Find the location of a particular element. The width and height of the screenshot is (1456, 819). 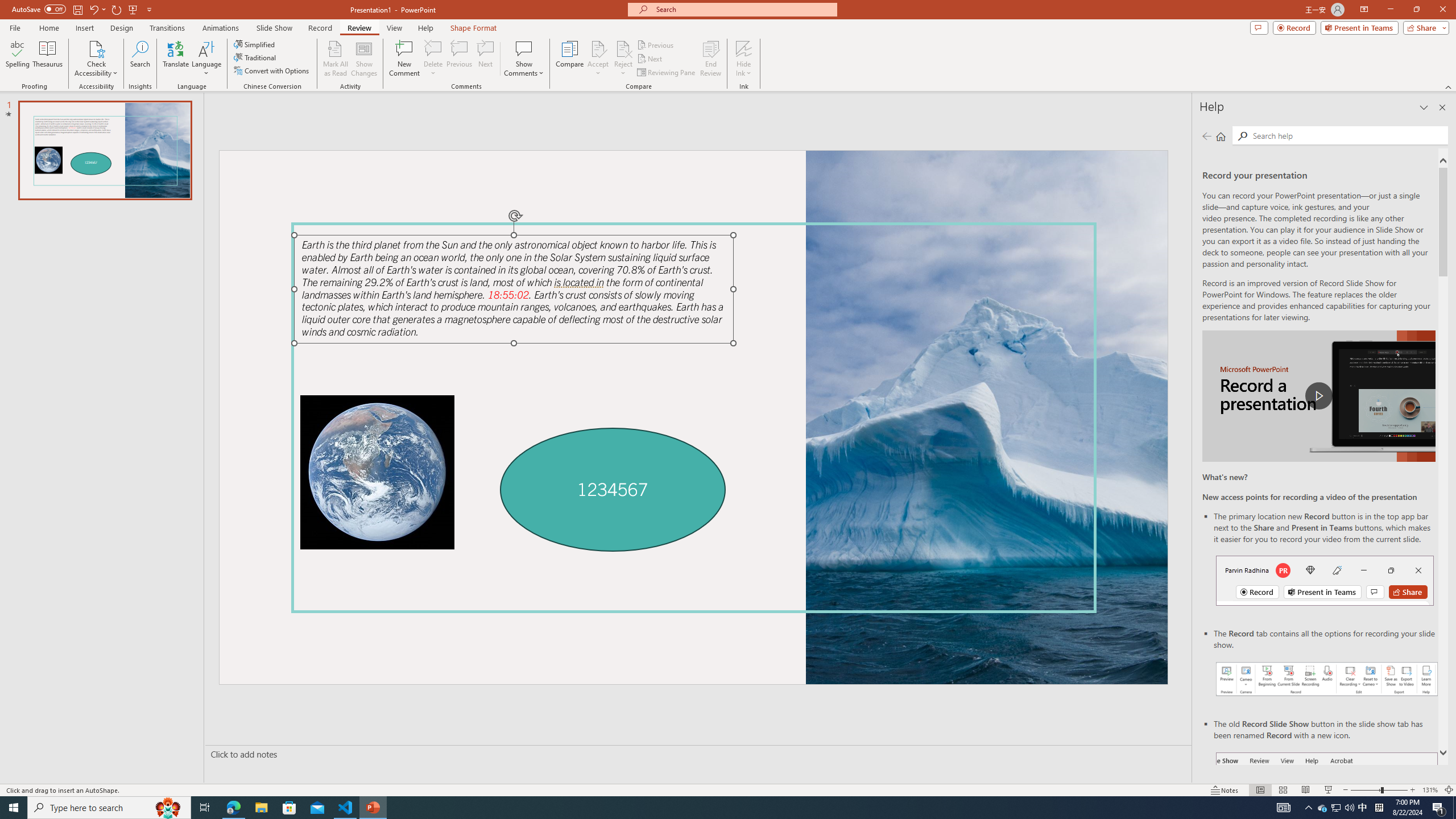

'Hide Ink' is located at coordinates (744, 48).